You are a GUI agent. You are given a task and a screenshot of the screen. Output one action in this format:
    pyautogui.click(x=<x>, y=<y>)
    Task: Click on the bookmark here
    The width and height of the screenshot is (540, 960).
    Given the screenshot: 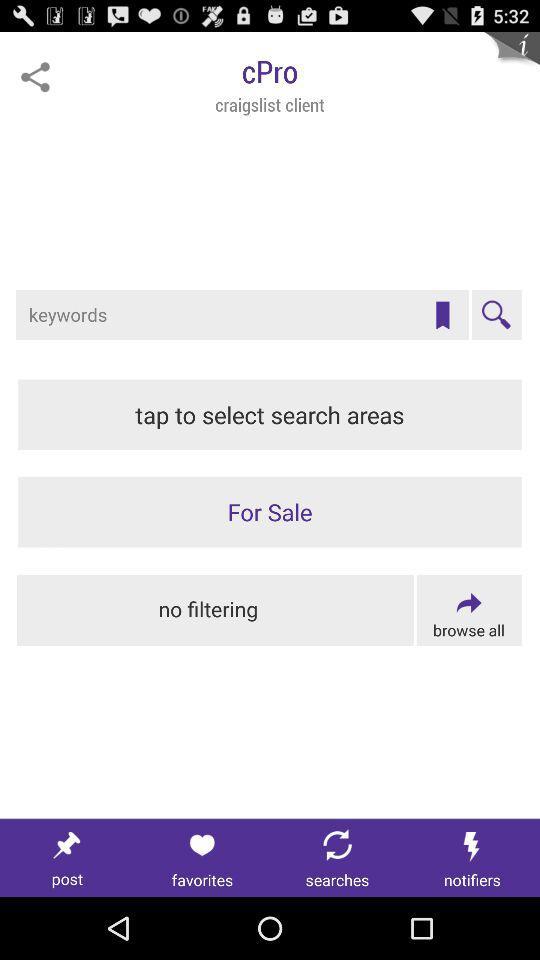 What is the action you would take?
    pyautogui.click(x=442, y=315)
    